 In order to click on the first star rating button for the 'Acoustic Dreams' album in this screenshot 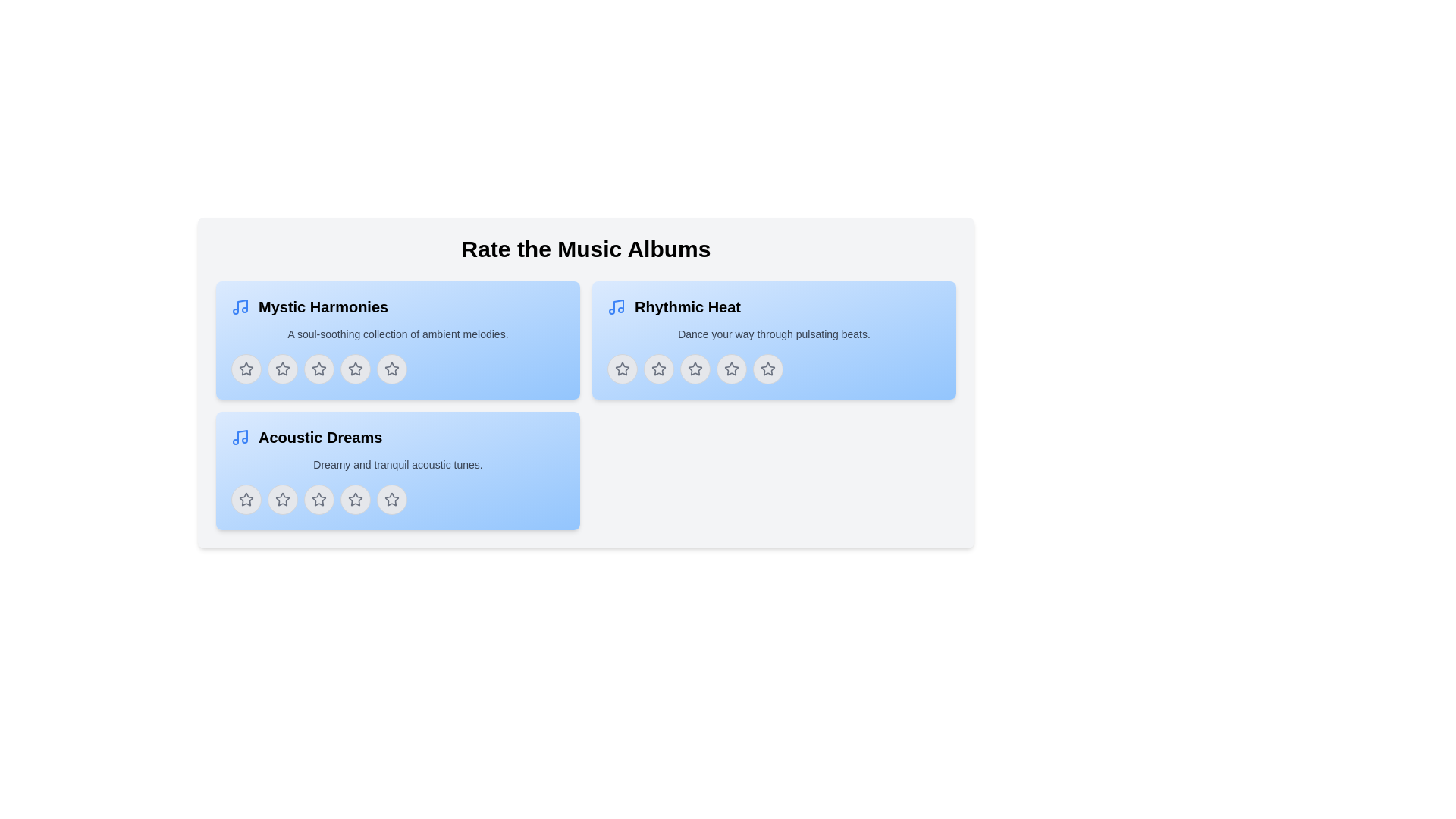, I will do `click(246, 500)`.